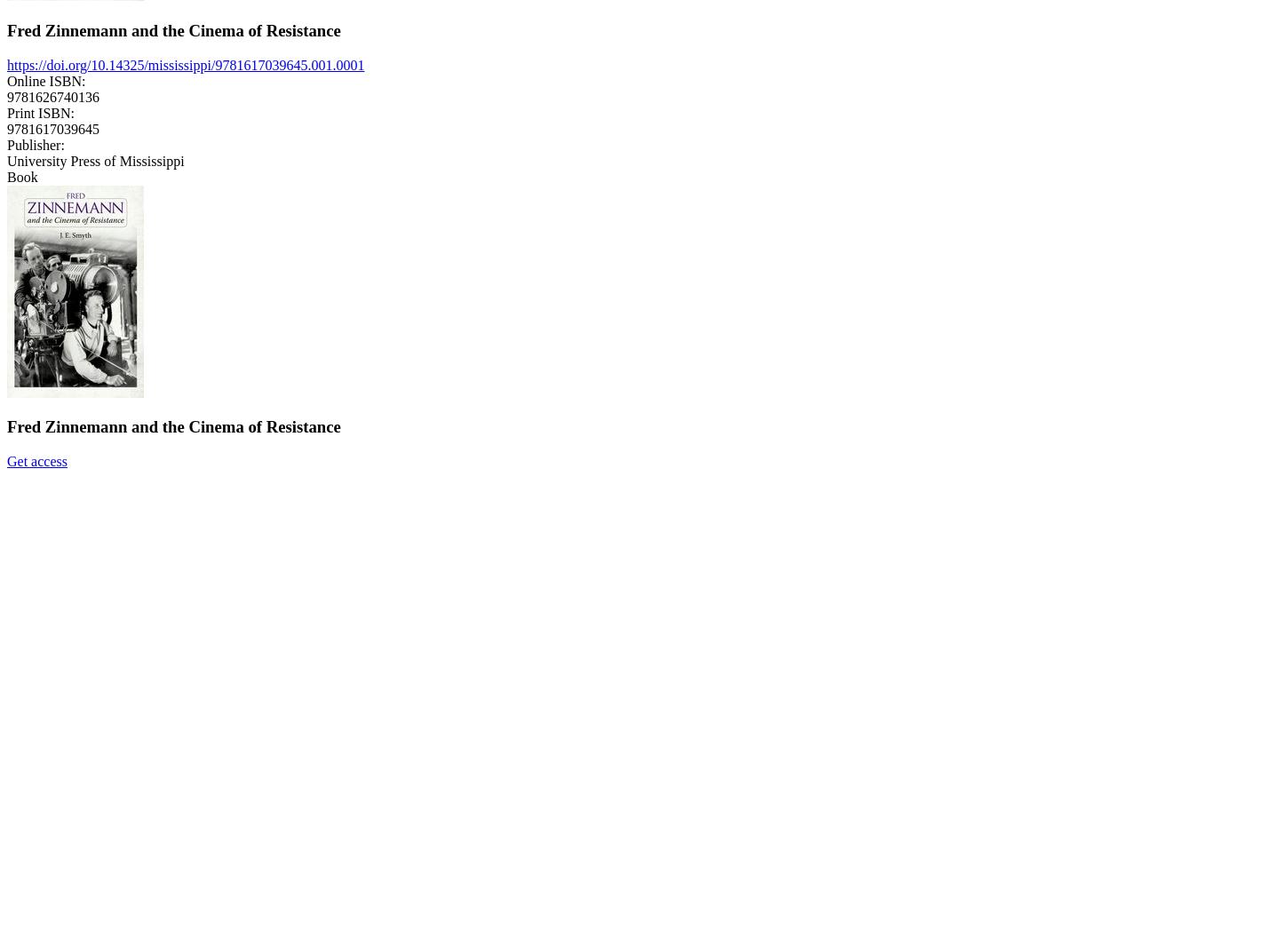 This screenshot has width=1288, height=945. Describe the element at coordinates (53, 96) in the screenshot. I see `'9781626740136'` at that location.